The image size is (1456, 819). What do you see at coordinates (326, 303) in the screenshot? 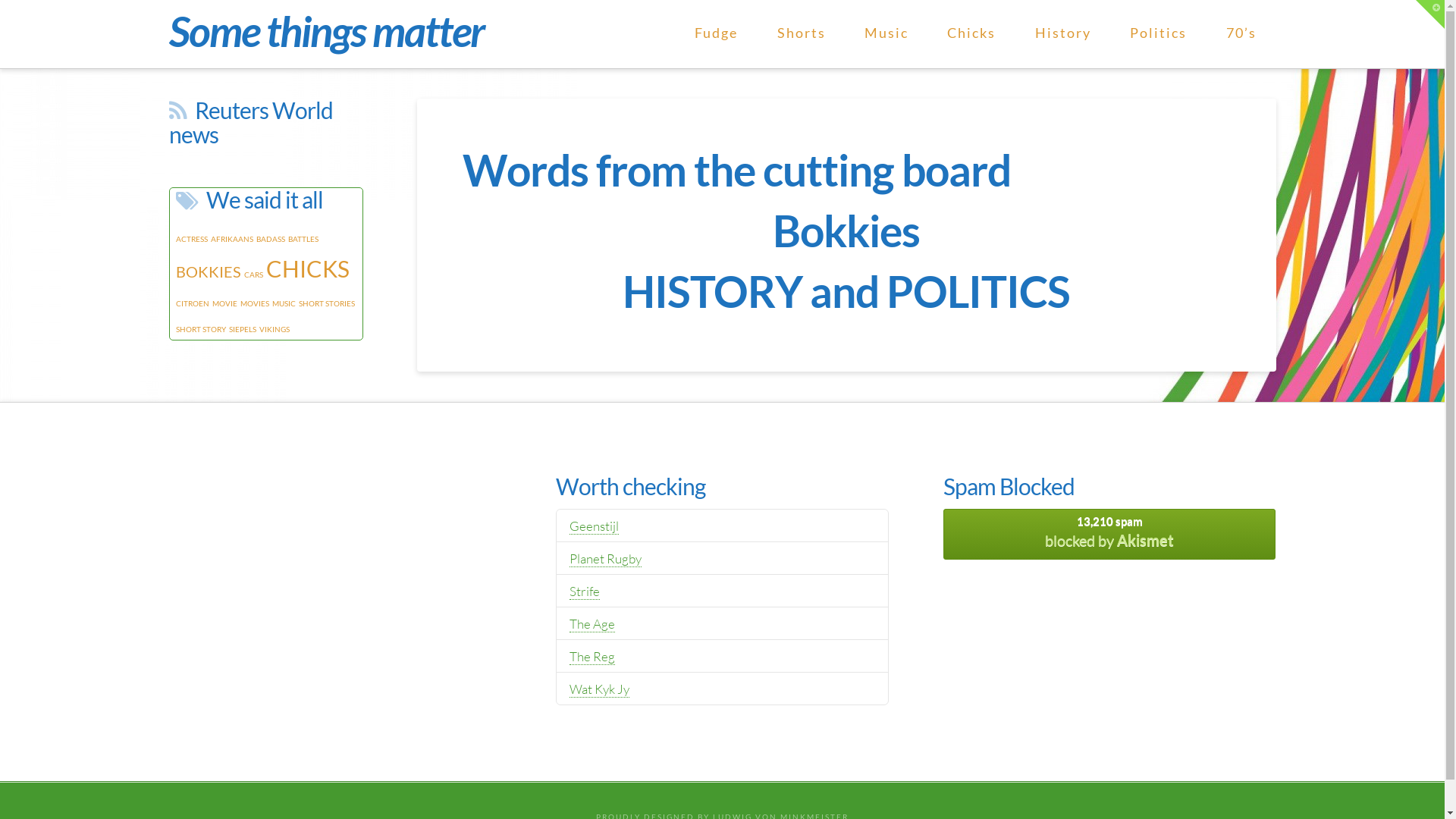
I see `'SHORT STORIES'` at bounding box center [326, 303].